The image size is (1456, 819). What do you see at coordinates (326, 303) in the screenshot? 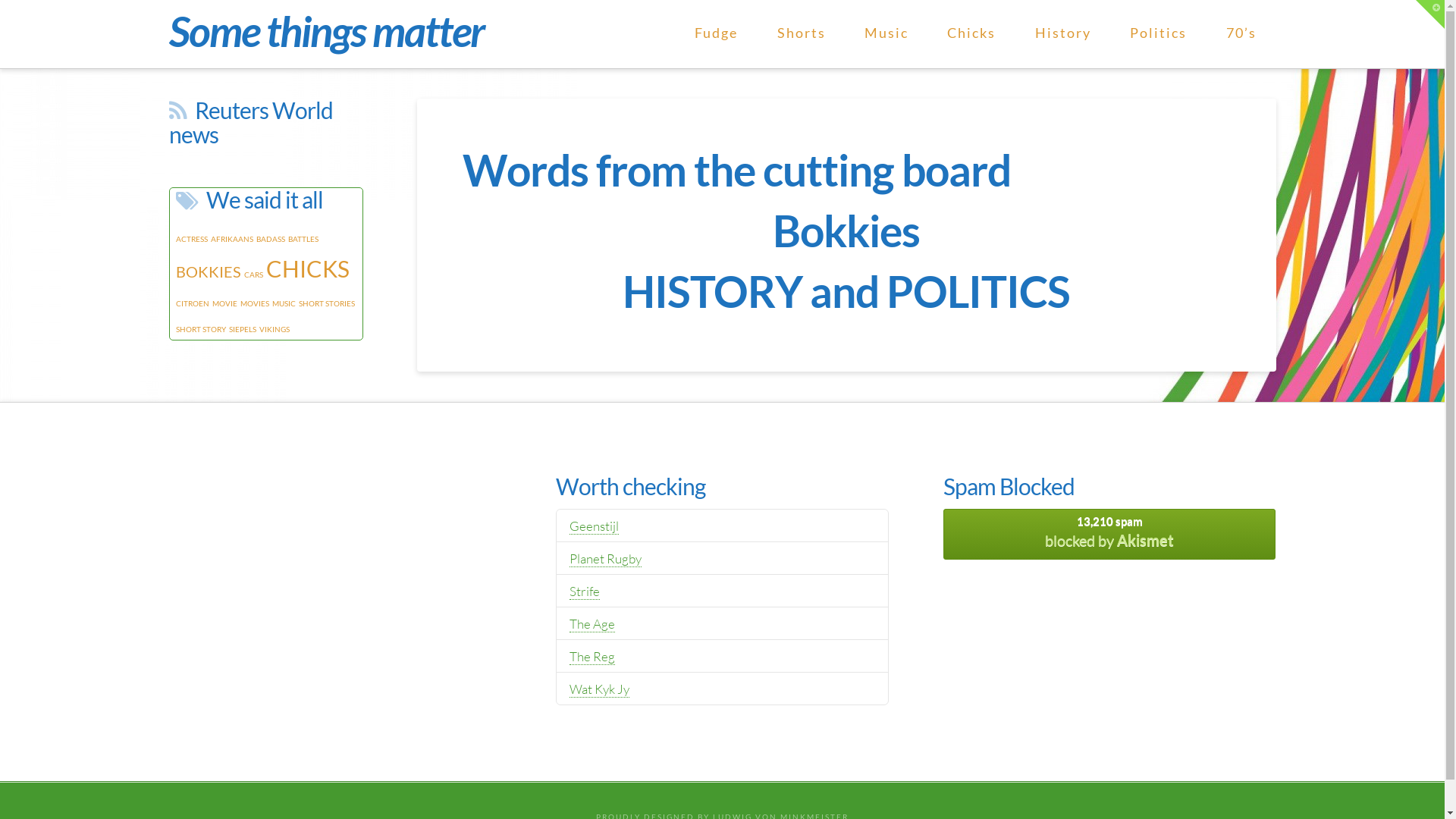
I see `'SHORT STORIES'` at bounding box center [326, 303].